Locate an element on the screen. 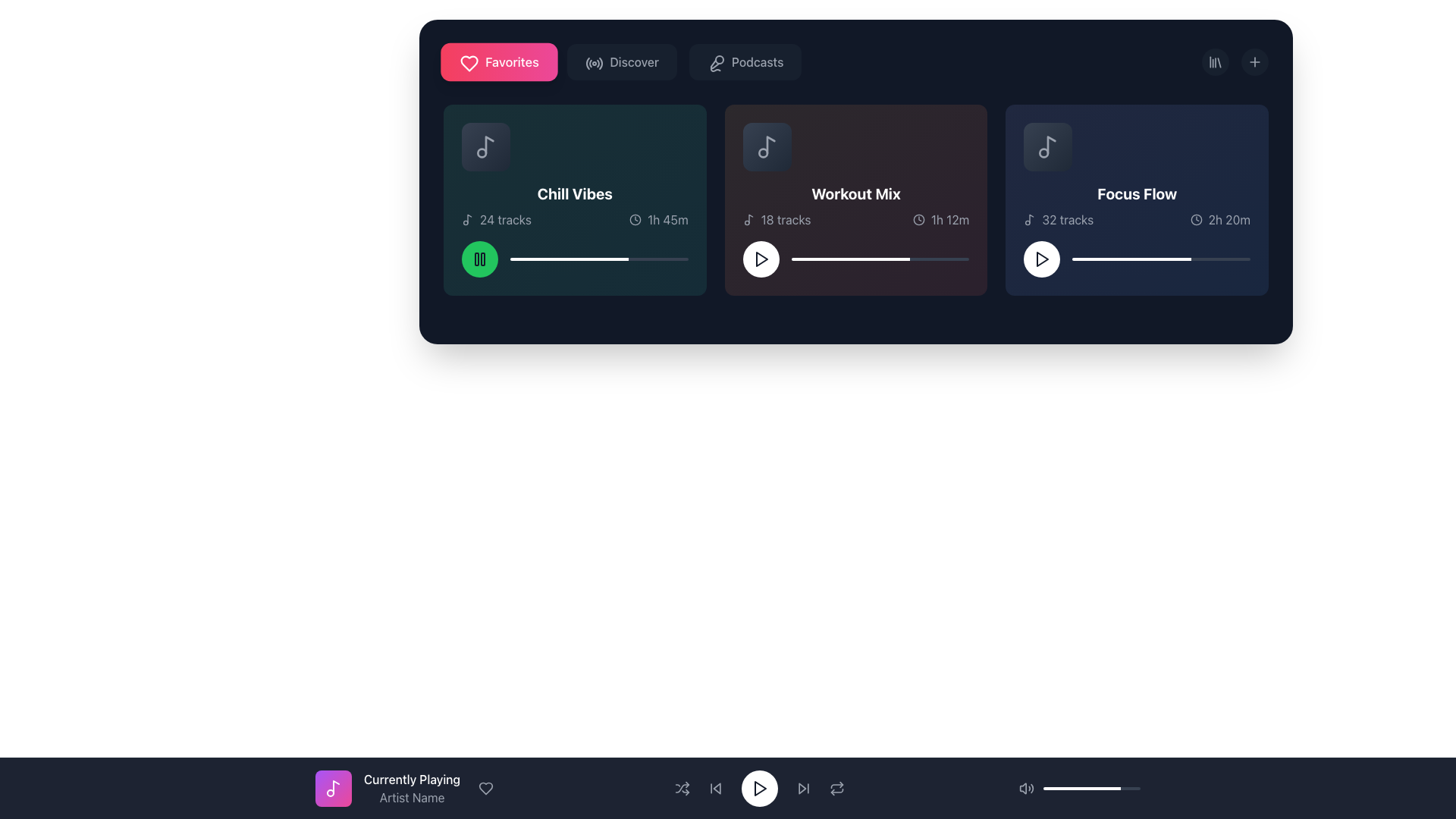 This screenshot has width=1456, height=819. the Graphical Icon with a circular gradient background and a music note icon, located in the second position from the left under the 'Workout Mix' section is located at coordinates (767, 146).